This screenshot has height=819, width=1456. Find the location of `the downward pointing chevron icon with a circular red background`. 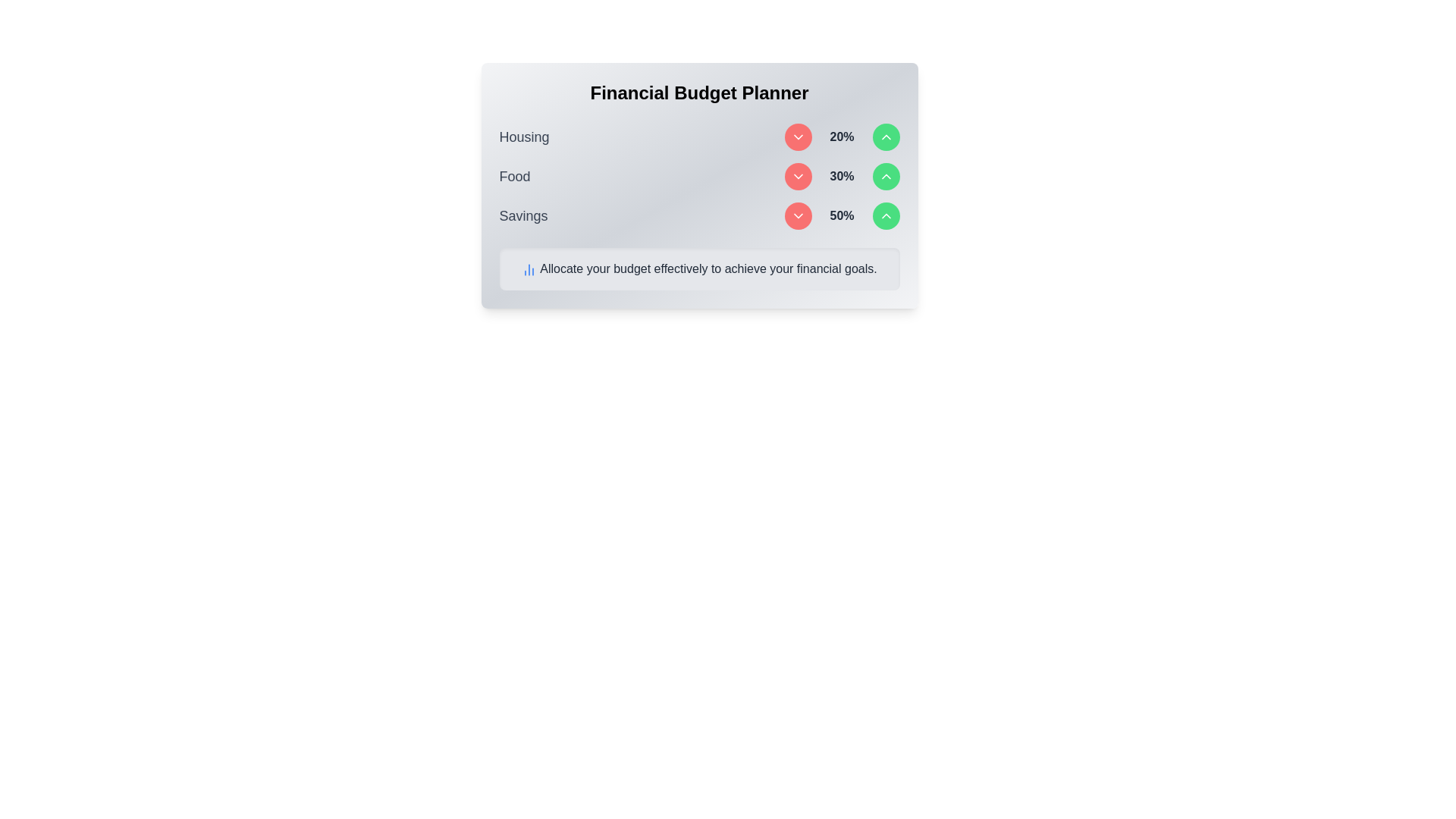

the downward pointing chevron icon with a circular red background is located at coordinates (797, 175).